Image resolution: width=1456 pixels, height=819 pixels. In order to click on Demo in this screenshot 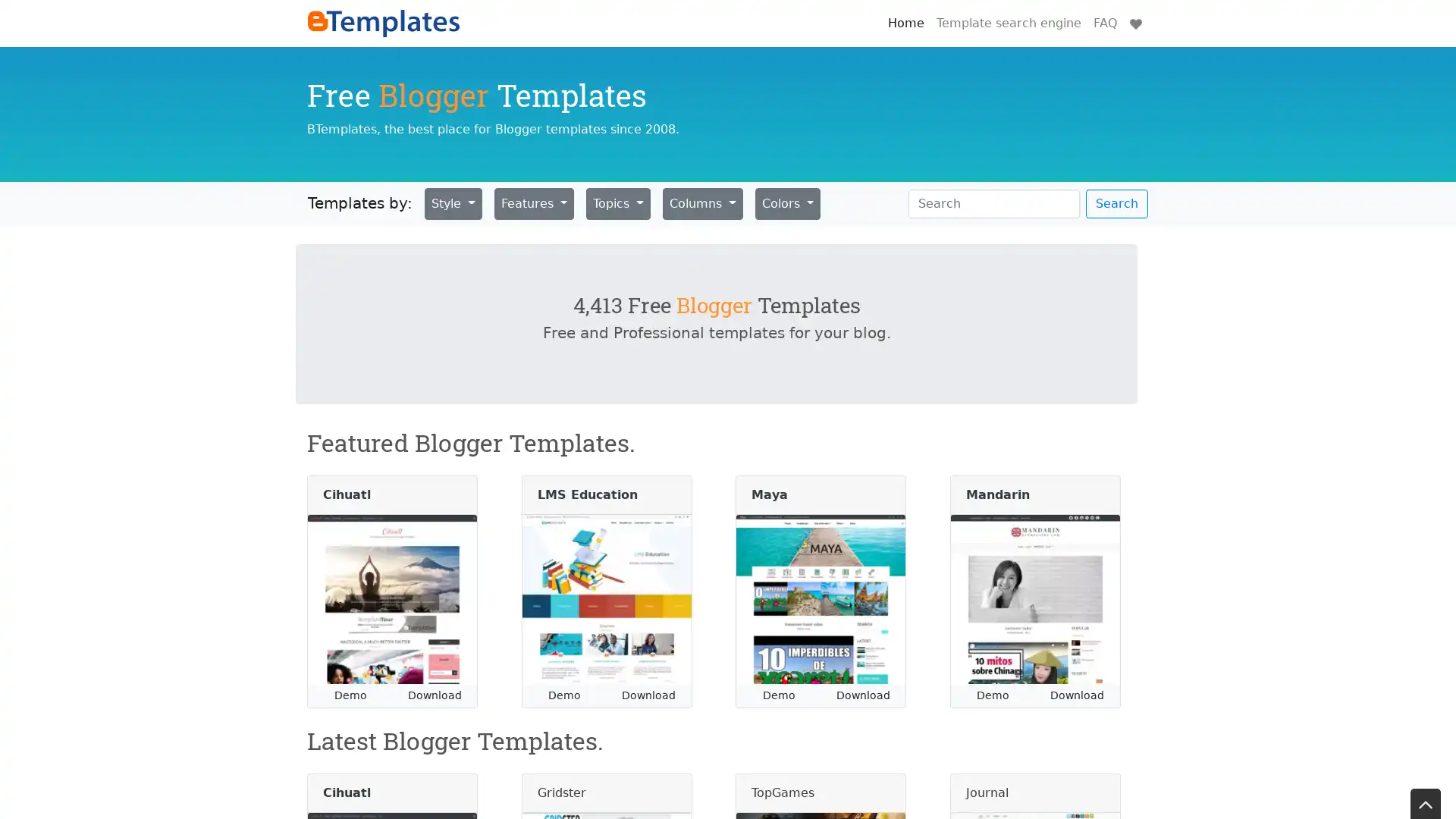, I will do `click(993, 695)`.